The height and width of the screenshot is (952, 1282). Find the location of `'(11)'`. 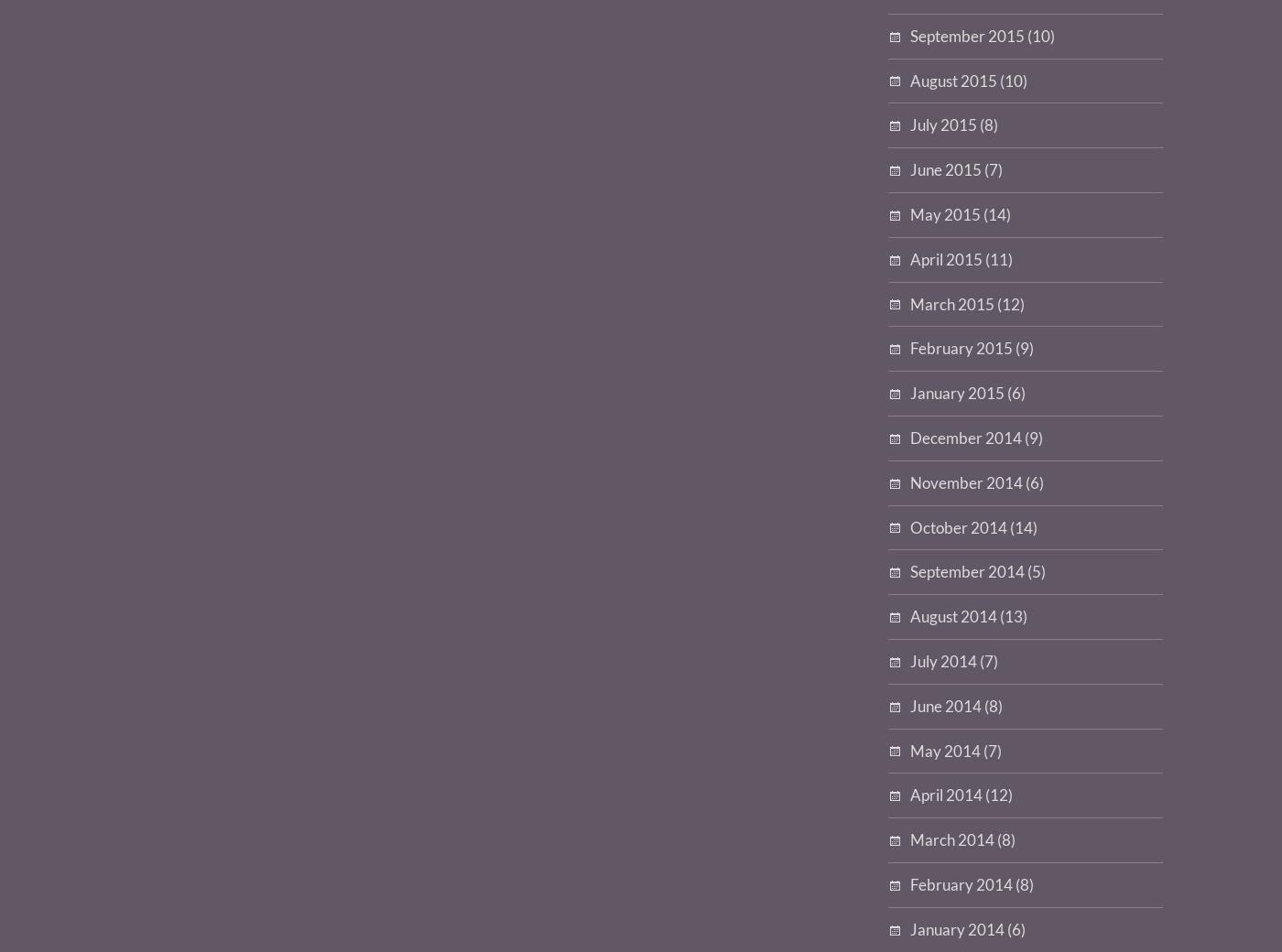

'(11)' is located at coordinates (997, 257).